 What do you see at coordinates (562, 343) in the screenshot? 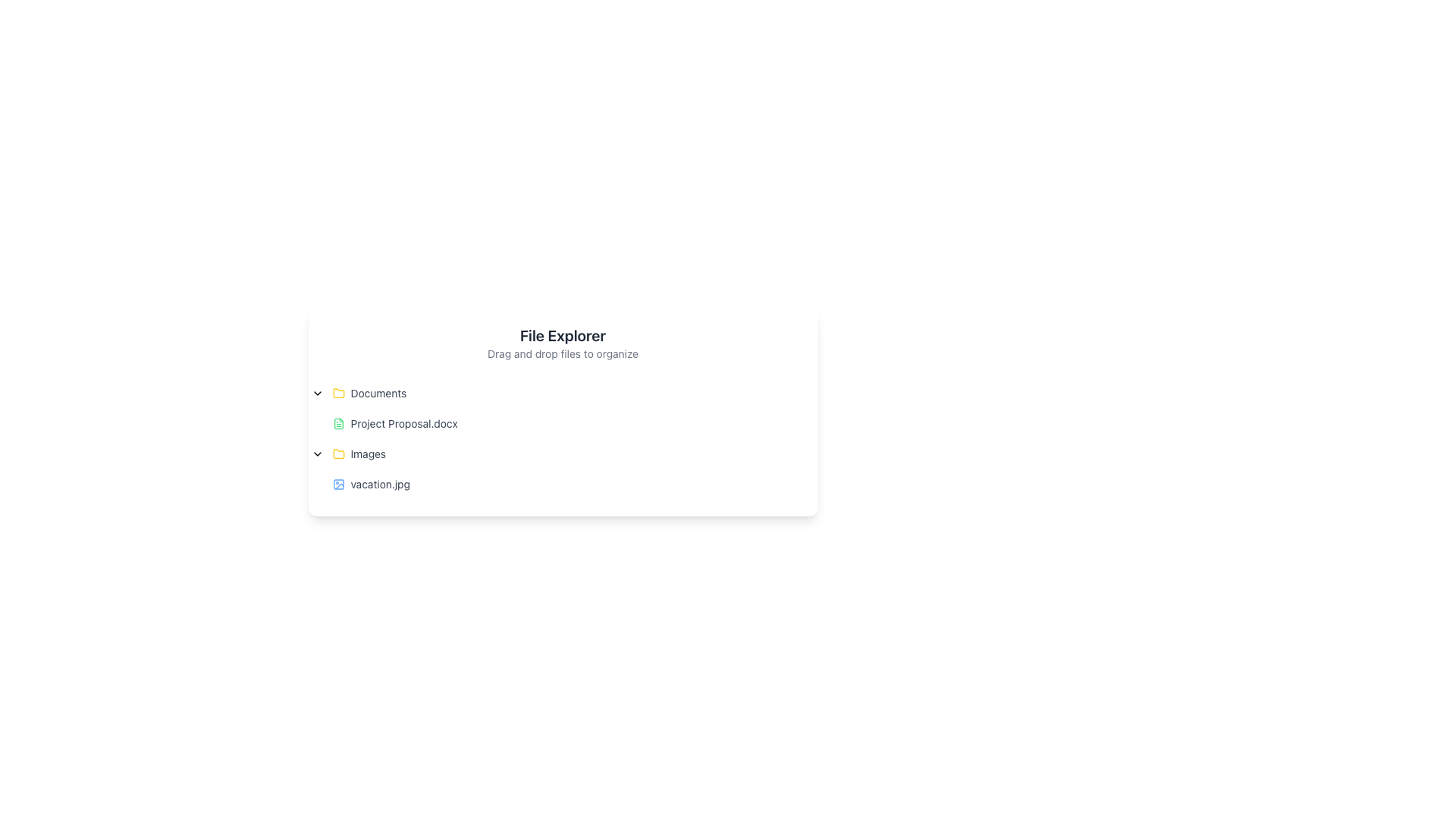
I see `the header element of the file explorer interface` at bounding box center [562, 343].